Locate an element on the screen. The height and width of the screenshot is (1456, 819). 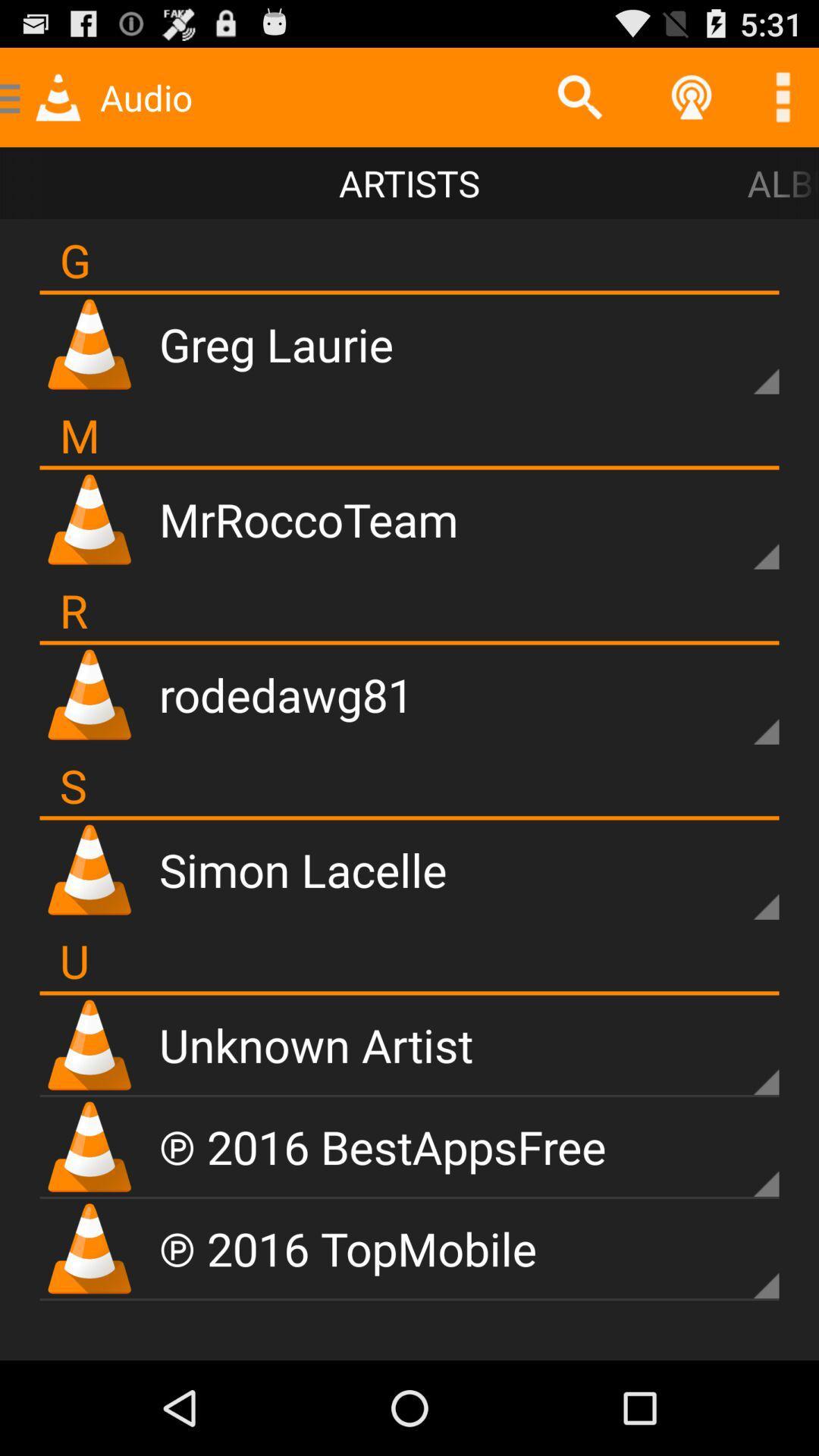
opean songlist for that artist is located at coordinates (739, 355).